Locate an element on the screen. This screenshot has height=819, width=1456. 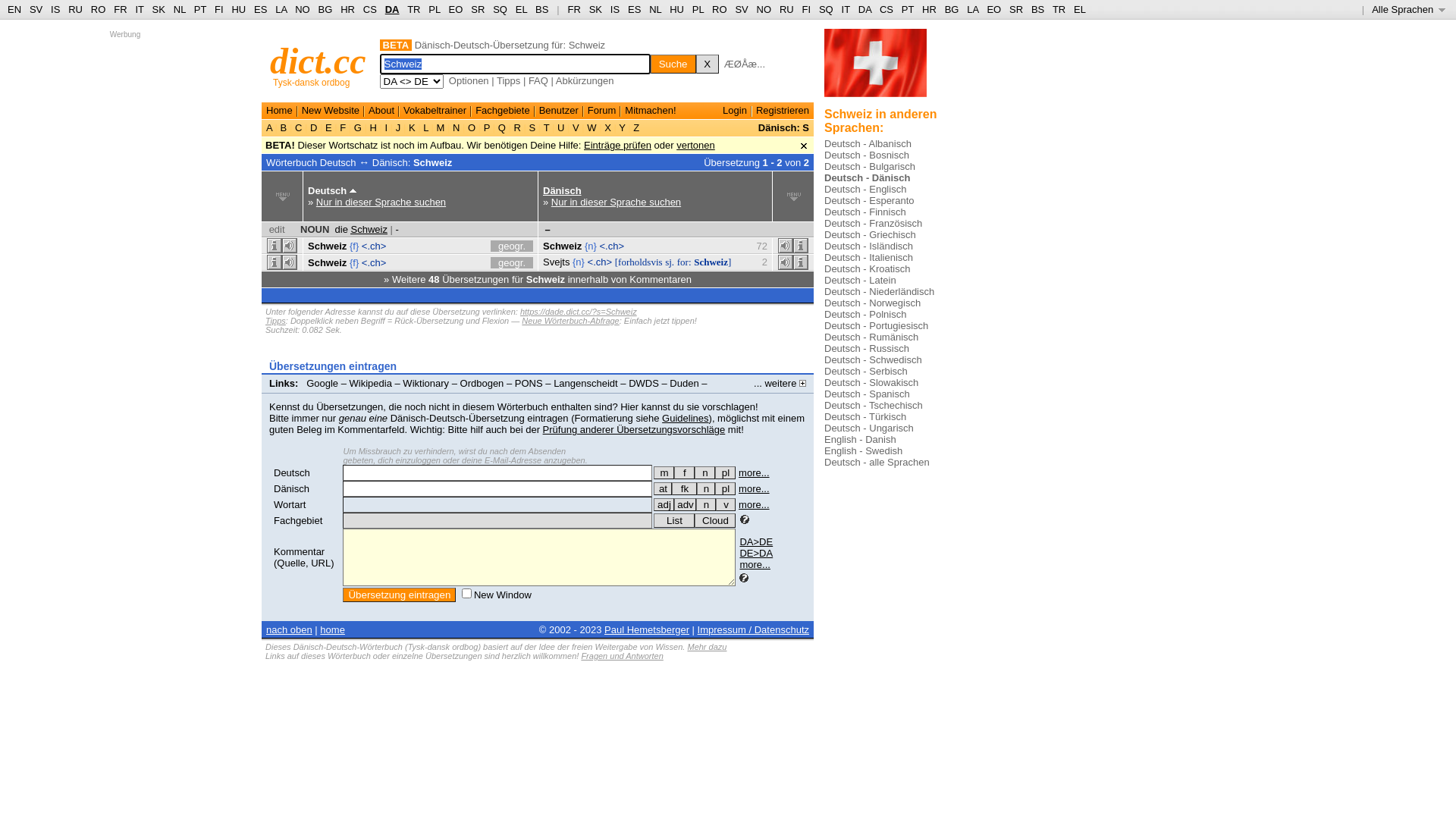
'E' is located at coordinates (327, 127).